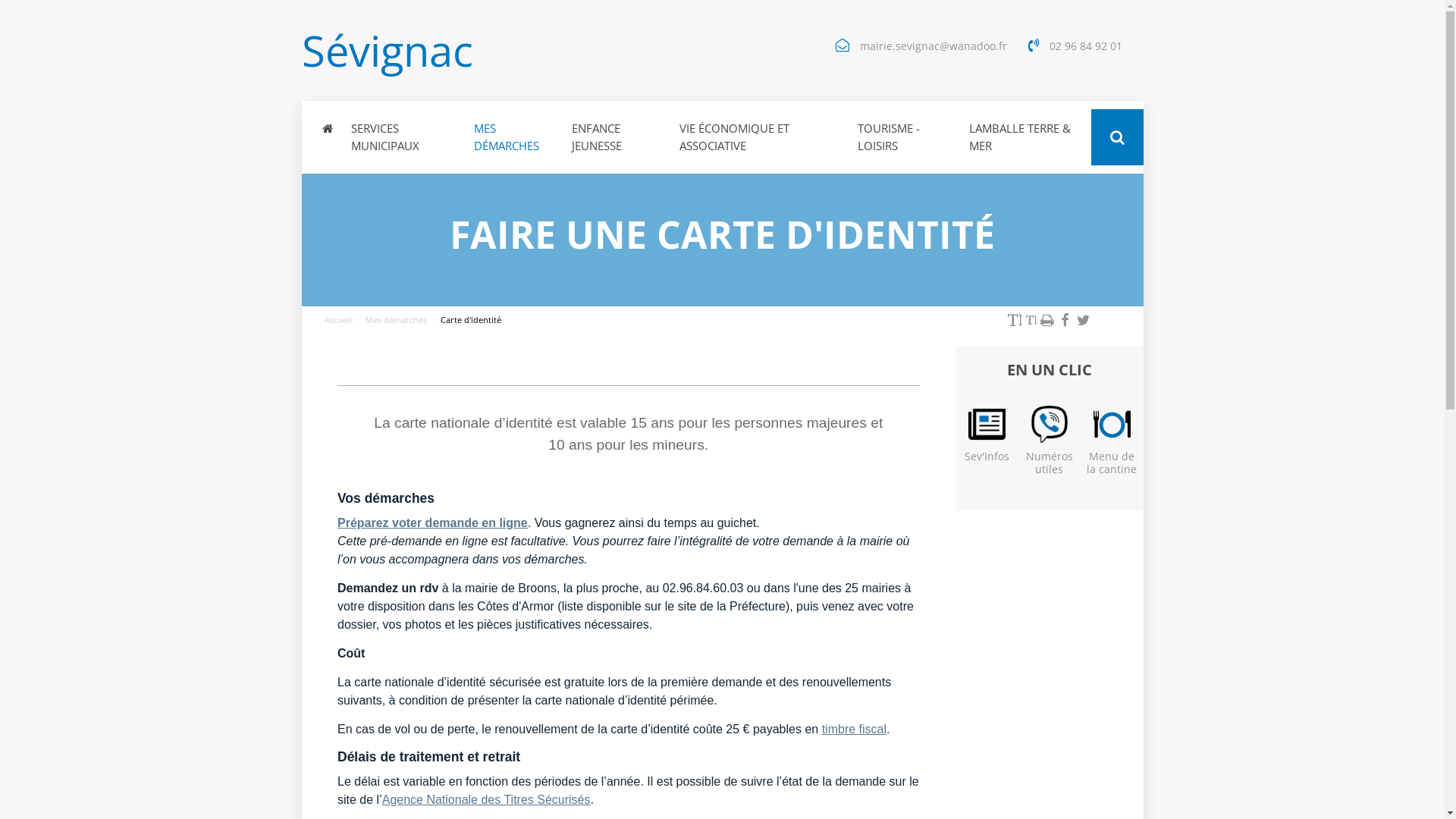 Image resolution: width=1456 pixels, height=819 pixels. I want to click on 'ENFANCE JEUNESSE', so click(616, 137).